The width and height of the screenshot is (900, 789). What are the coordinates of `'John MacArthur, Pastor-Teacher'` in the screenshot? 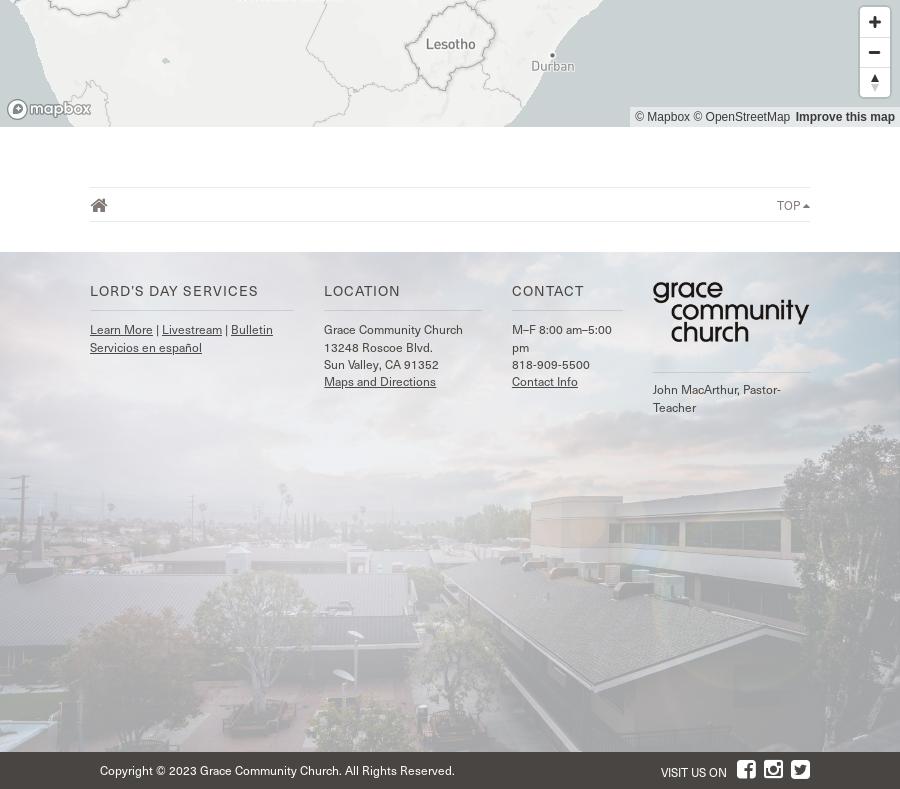 It's located at (715, 397).